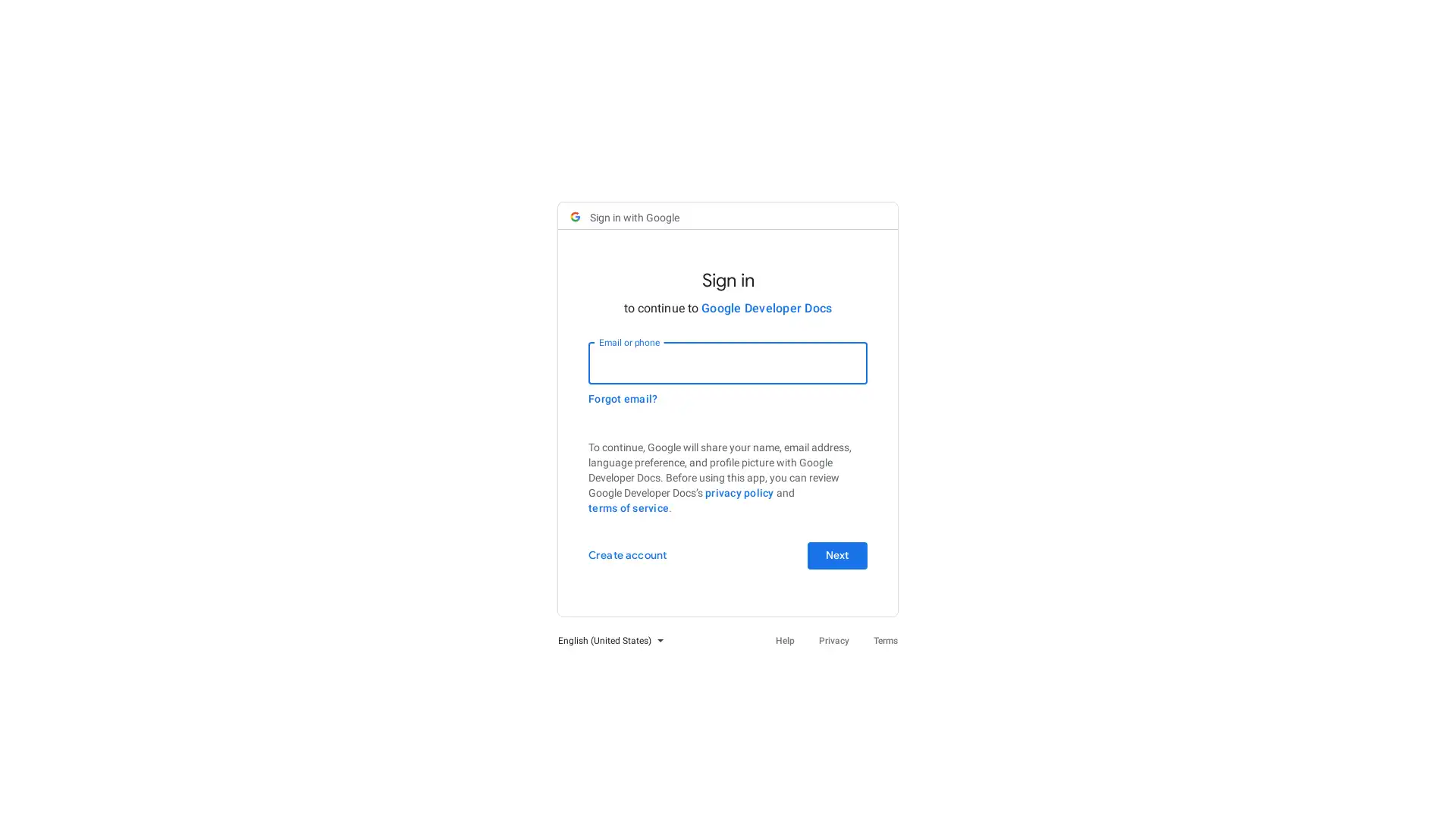 The height and width of the screenshot is (819, 1456). What do you see at coordinates (836, 555) in the screenshot?
I see `Next` at bounding box center [836, 555].